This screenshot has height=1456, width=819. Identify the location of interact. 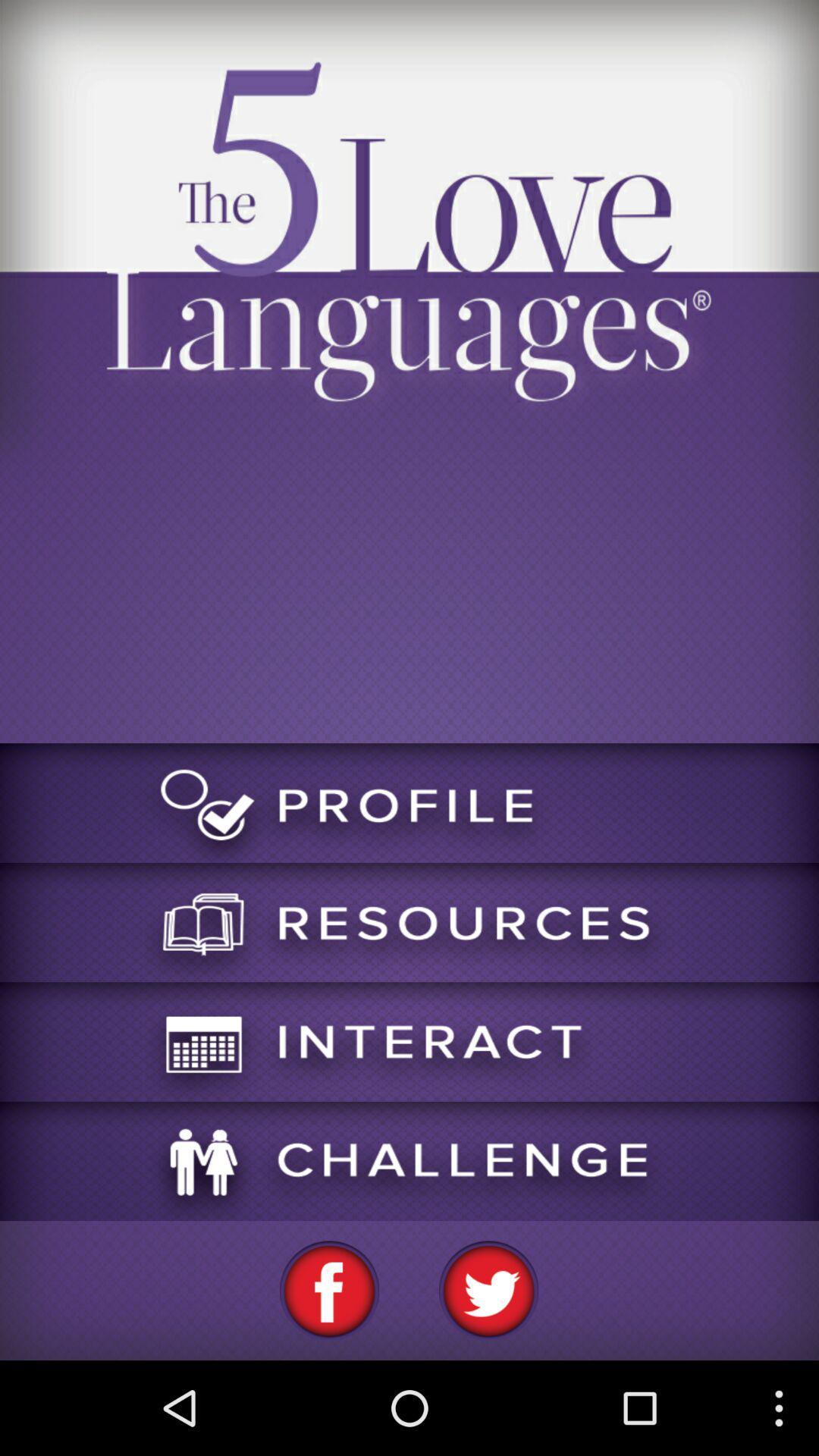
(409, 1040).